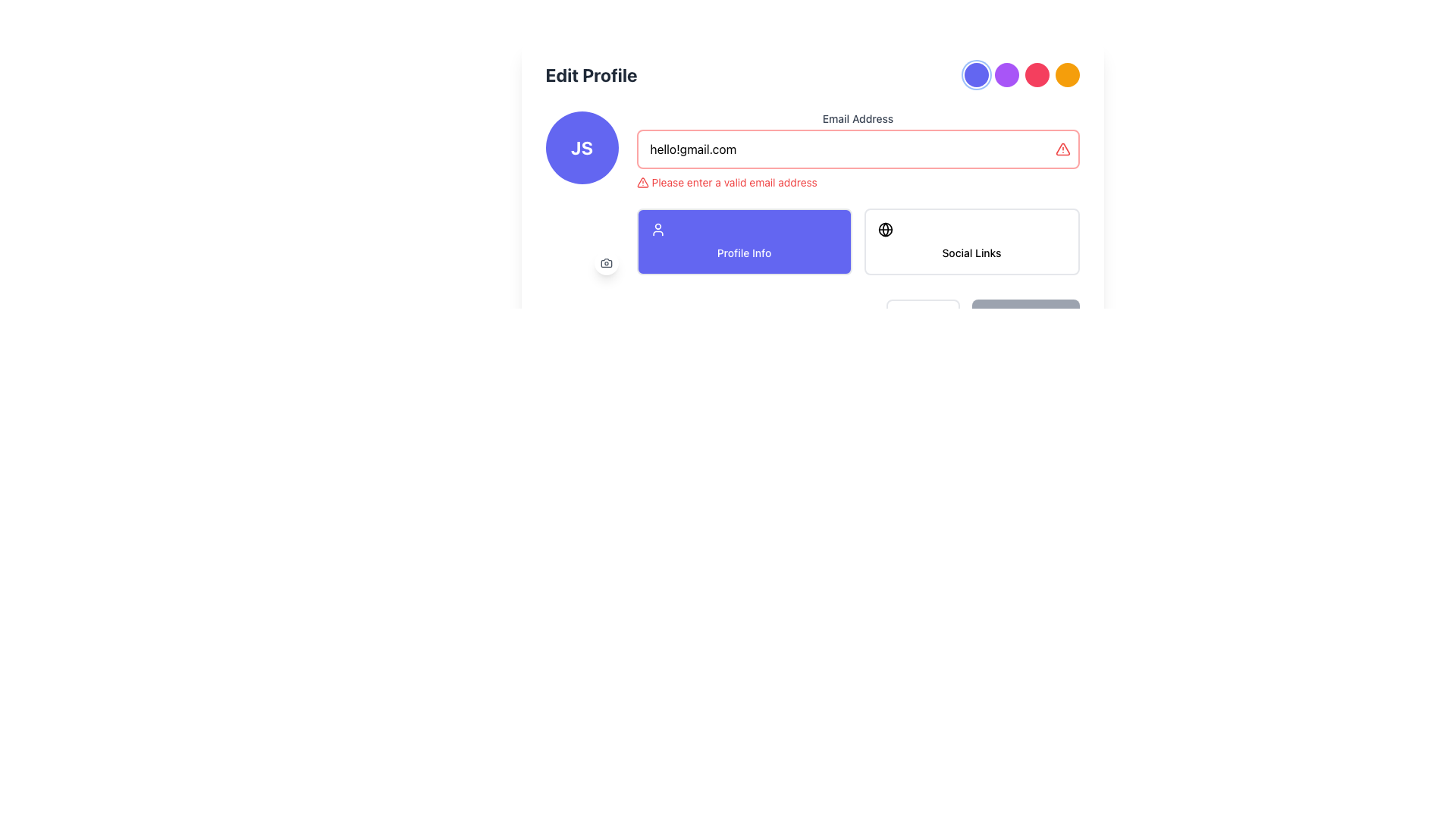 This screenshot has width=1456, height=819. I want to click on error message displayed below the email input field, which informs users about an invalid email address entry, so click(858, 181).